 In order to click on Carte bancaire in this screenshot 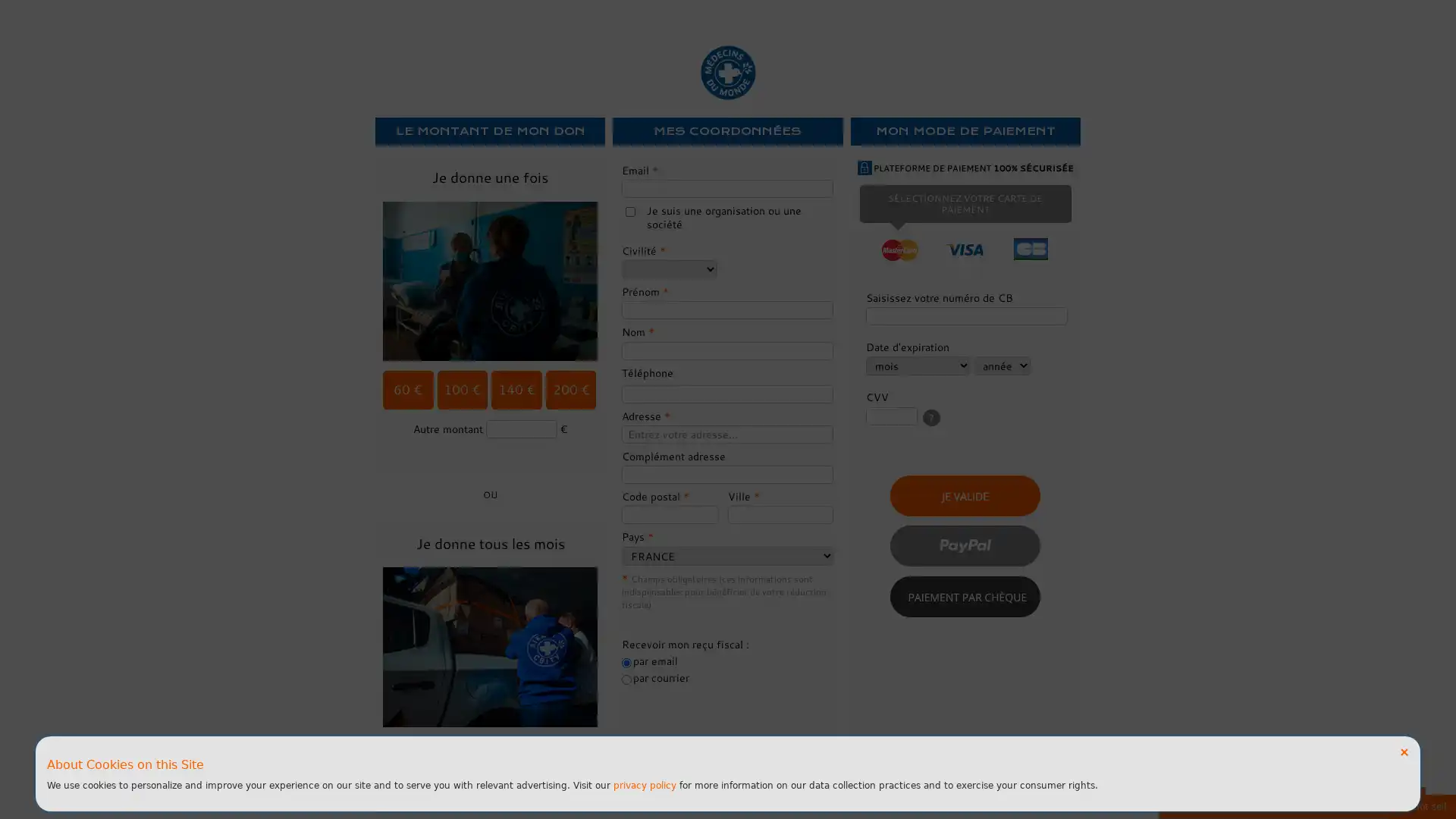, I will do `click(964, 496)`.